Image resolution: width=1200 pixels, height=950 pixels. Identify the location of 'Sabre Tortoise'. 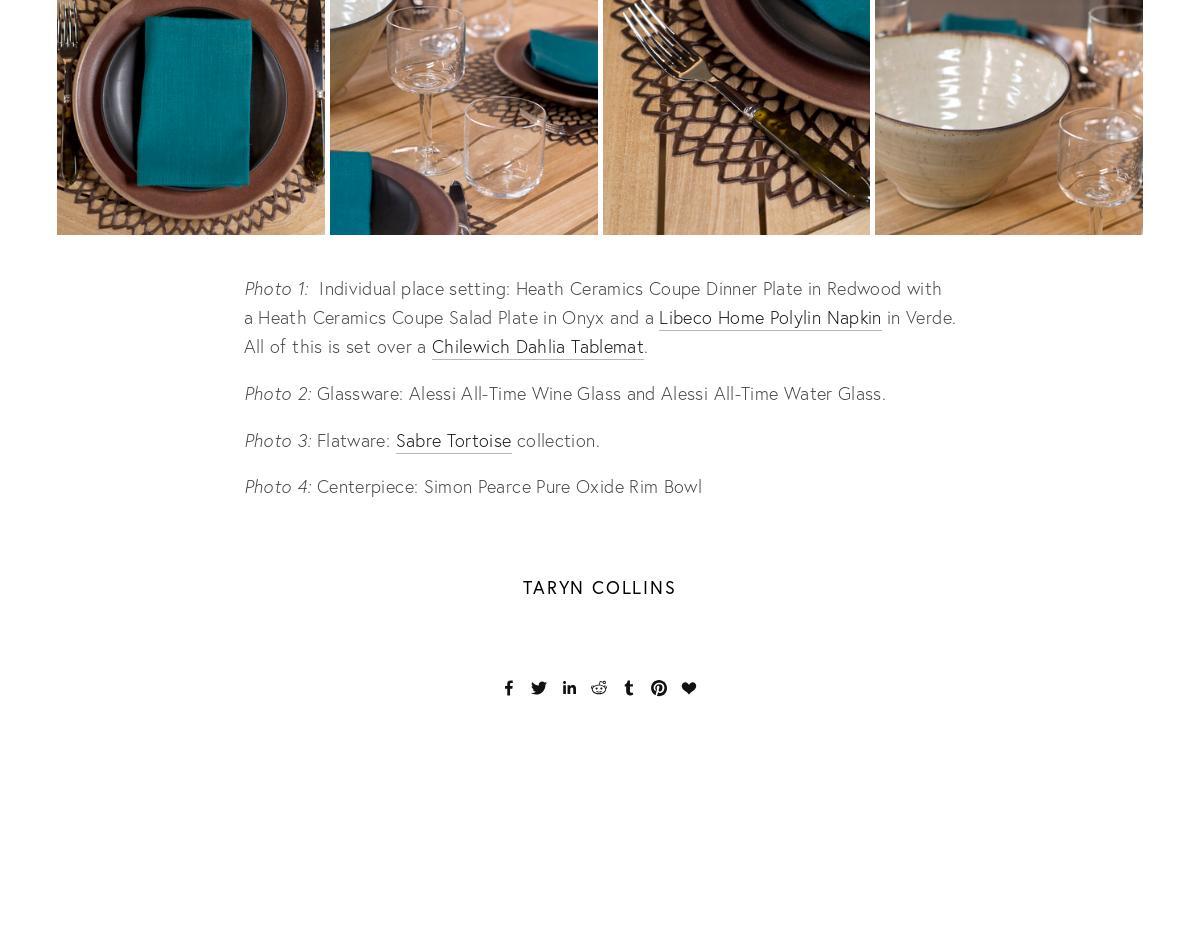
(452, 437).